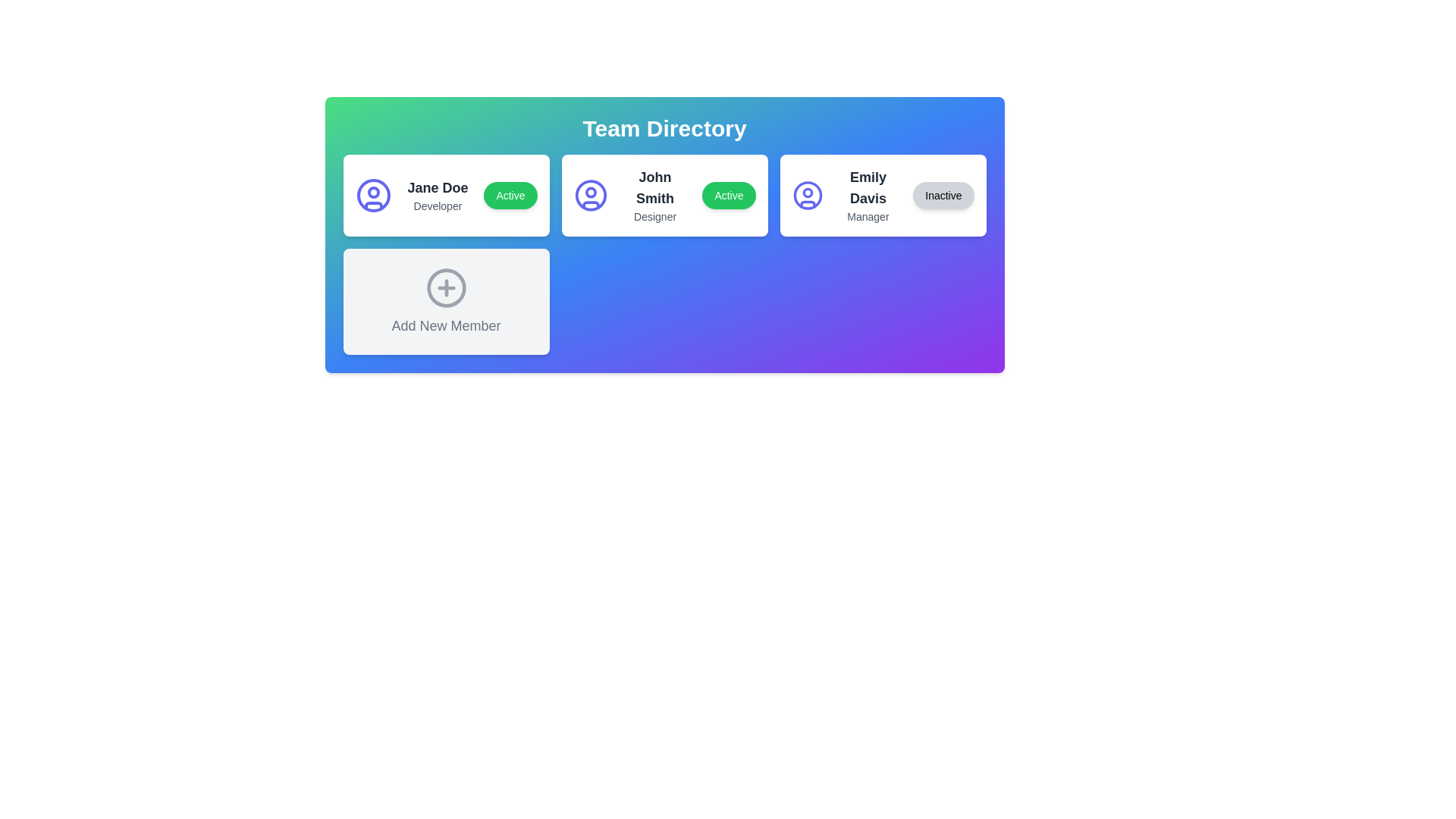 The image size is (1456, 819). Describe the element at coordinates (655, 216) in the screenshot. I see `the text label that indicates the role or position of the individual in the central user card, located beneath the 'John Smith' text element` at that location.